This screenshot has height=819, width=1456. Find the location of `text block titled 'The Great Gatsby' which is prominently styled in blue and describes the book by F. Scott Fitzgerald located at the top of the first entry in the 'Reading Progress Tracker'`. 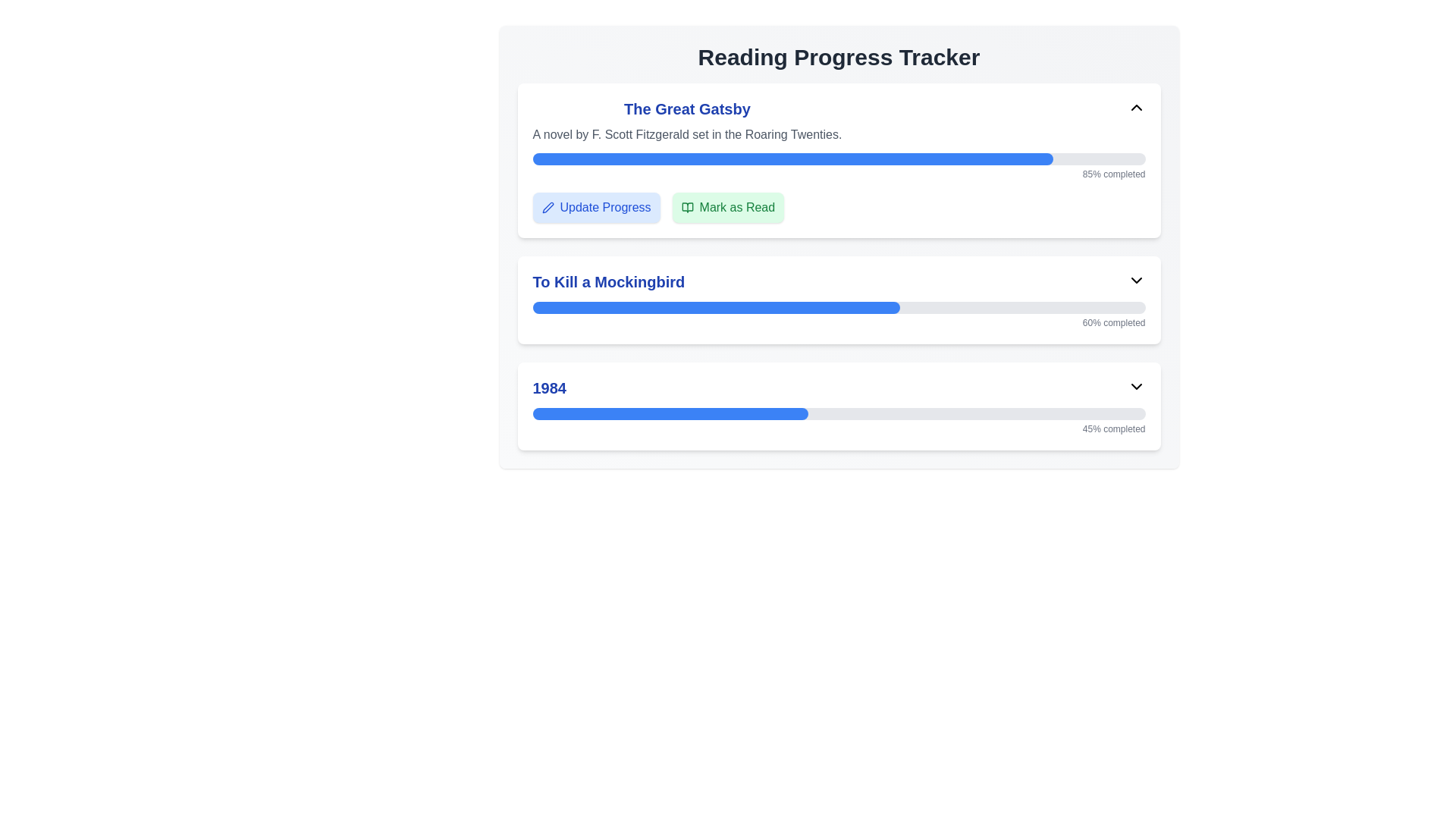

text block titled 'The Great Gatsby' which is prominently styled in blue and describes the book by F. Scott Fitzgerald located at the top of the first entry in the 'Reading Progress Tracker' is located at coordinates (686, 120).